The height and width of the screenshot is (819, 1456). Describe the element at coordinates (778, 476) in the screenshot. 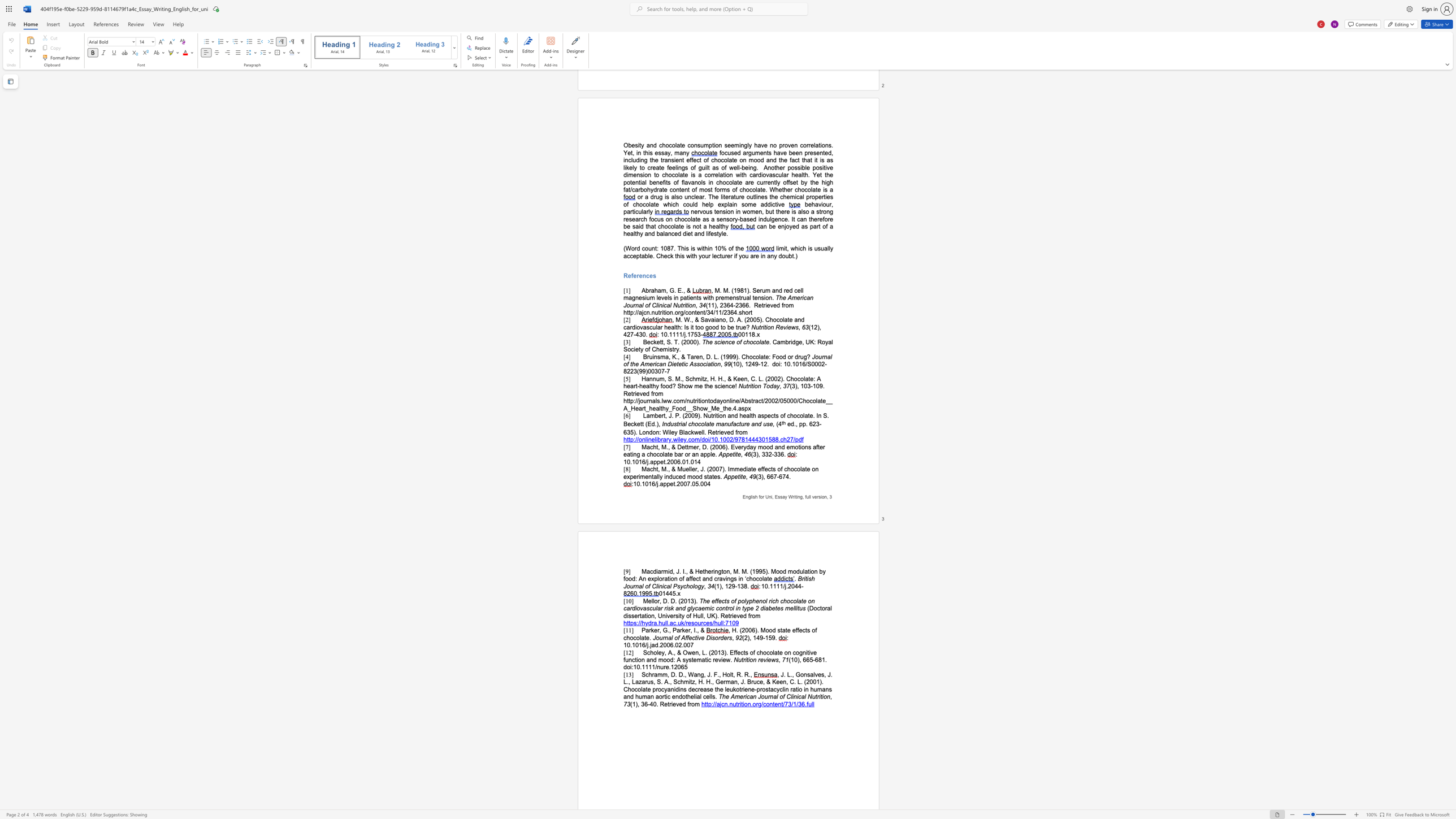

I see `the subset text "674" within the text "(3), 667-674."` at that location.